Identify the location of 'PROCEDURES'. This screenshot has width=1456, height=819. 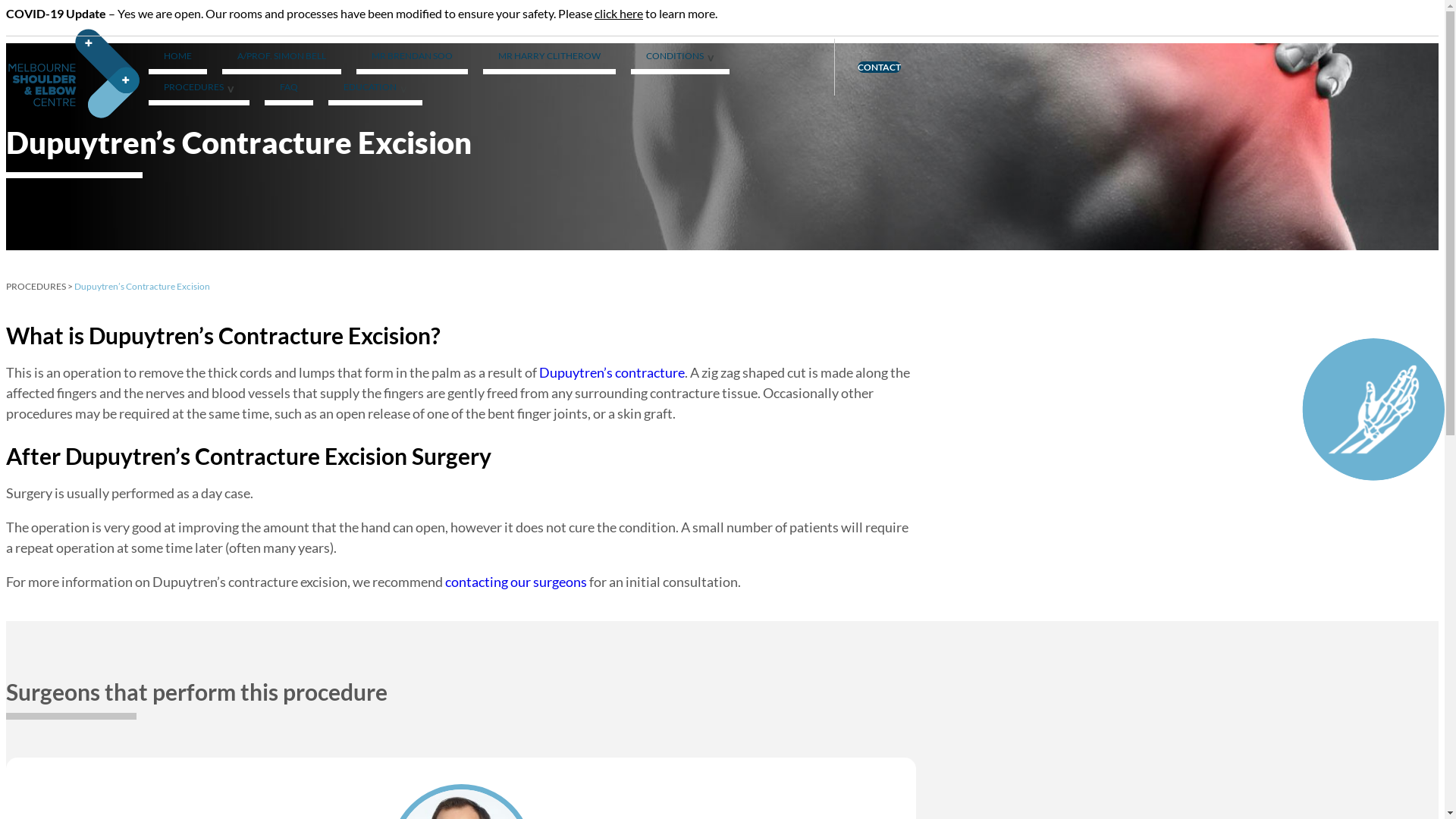
(36, 286).